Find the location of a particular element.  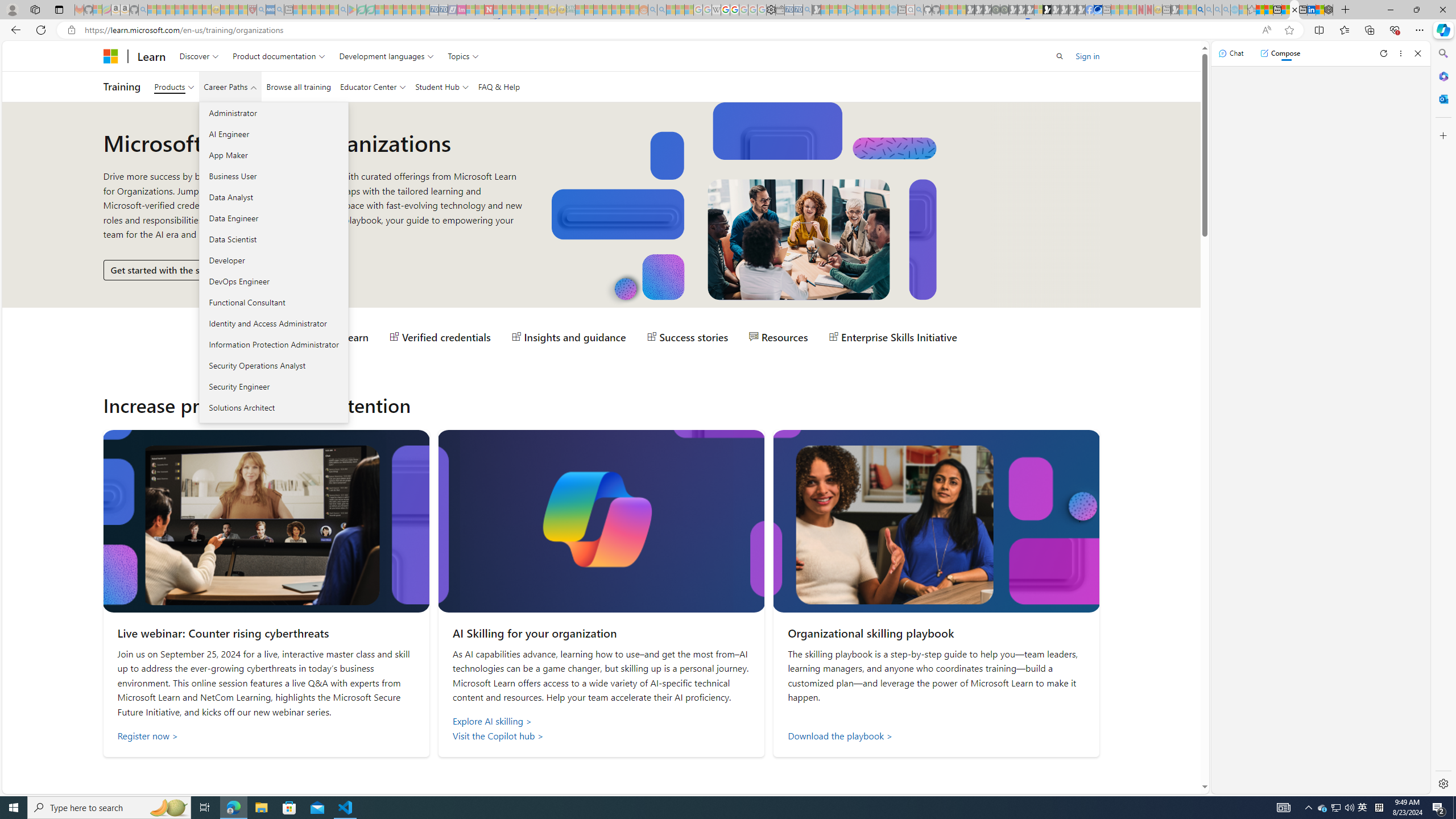

'Data Analyst' is located at coordinates (274, 196).